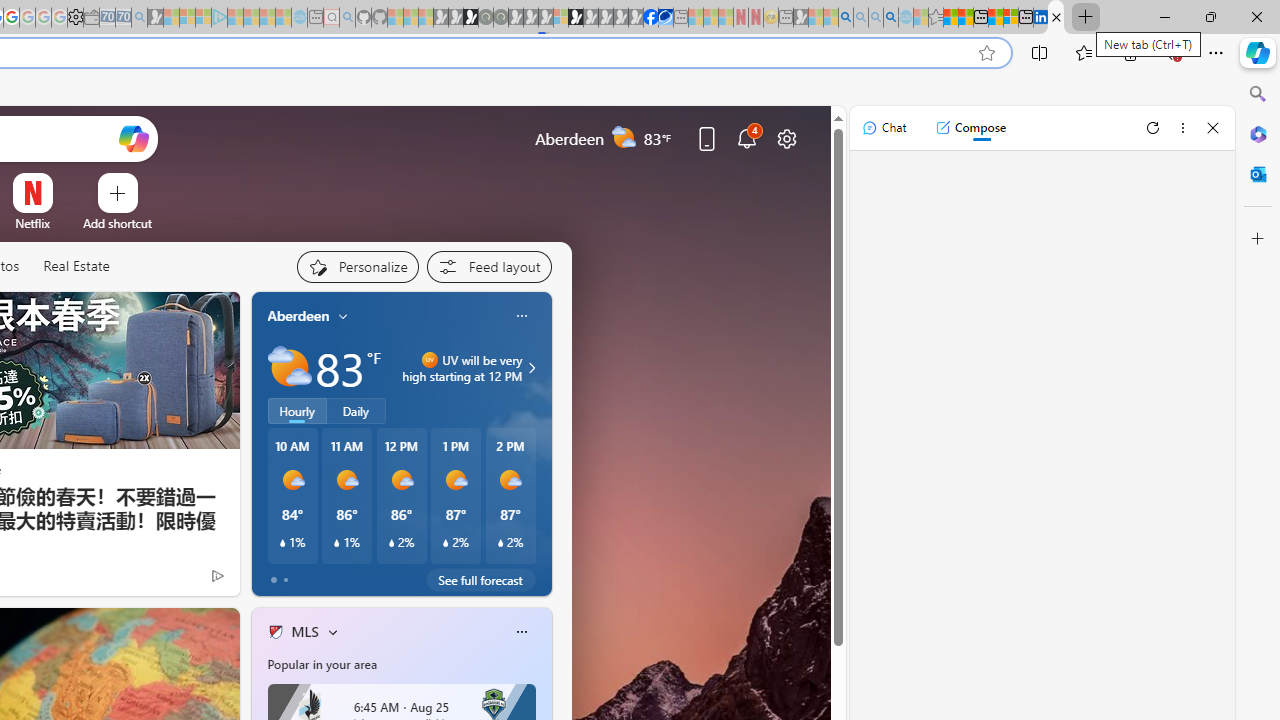 The width and height of the screenshot is (1280, 720). I want to click on 'Chat', so click(883, 128).